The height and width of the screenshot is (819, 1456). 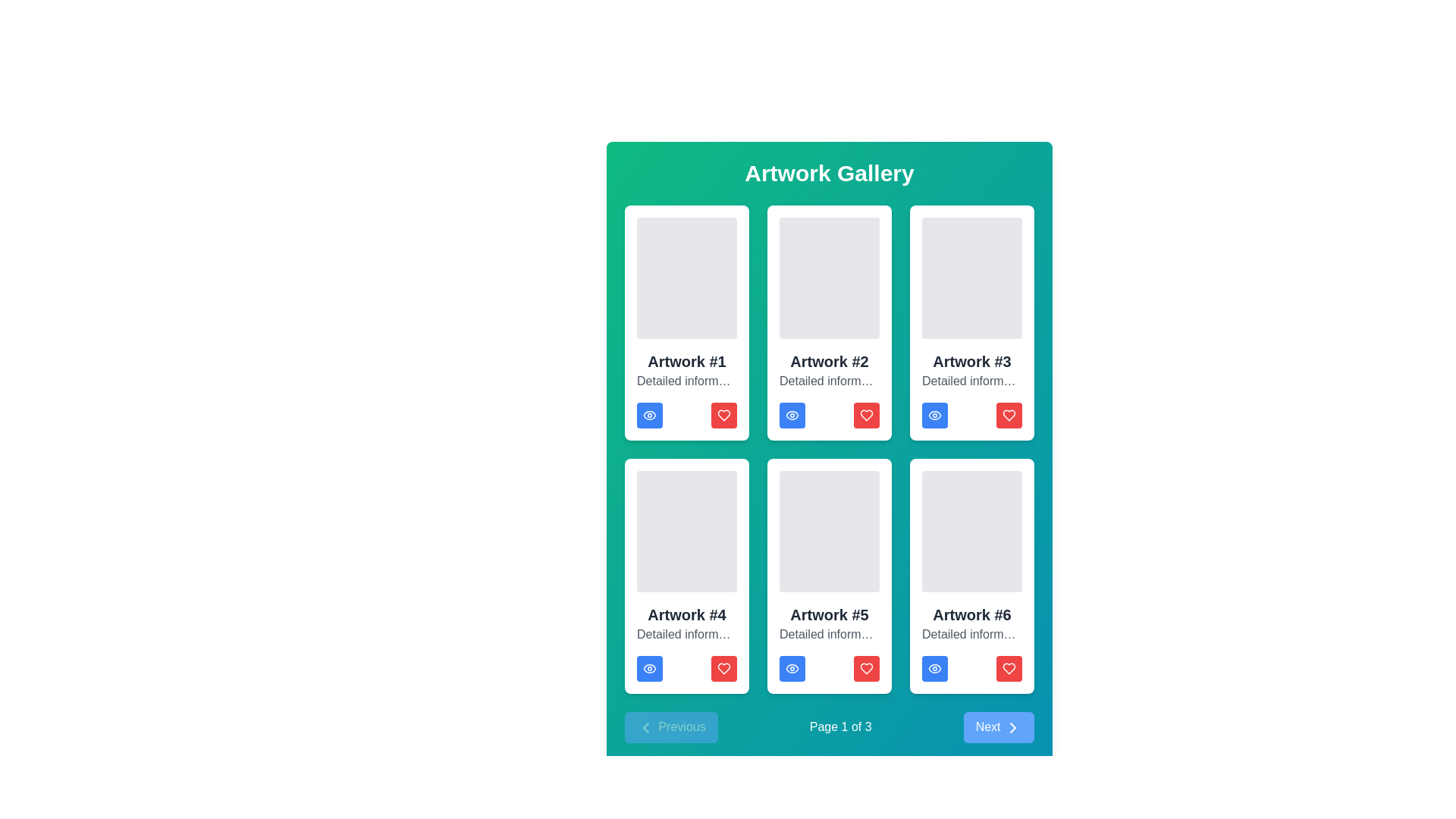 I want to click on text label displaying 'Artwork #1', which is bold and larger in font size, located below an image placeholder in the first card of a grid layout, so click(x=686, y=362).